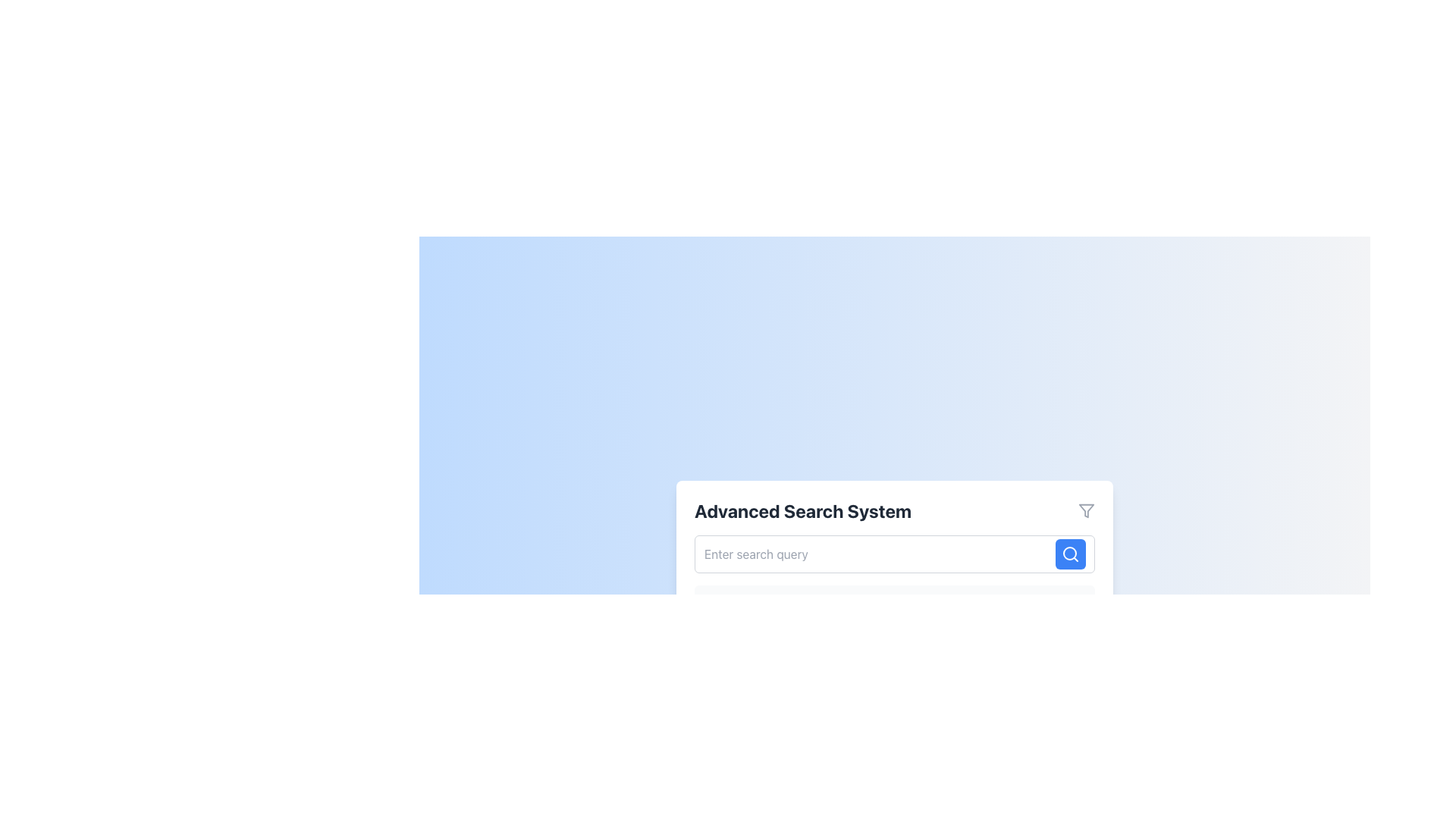 This screenshot has height=819, width=1456. What do you see at coordinates (1069, 554) in the screenshot?
I see `the circular blue button with a white magnifying glass icon at its center, located at the right end of the 'Enter search query' input field for keyboard navigation` at bounding box center [1069, 554].